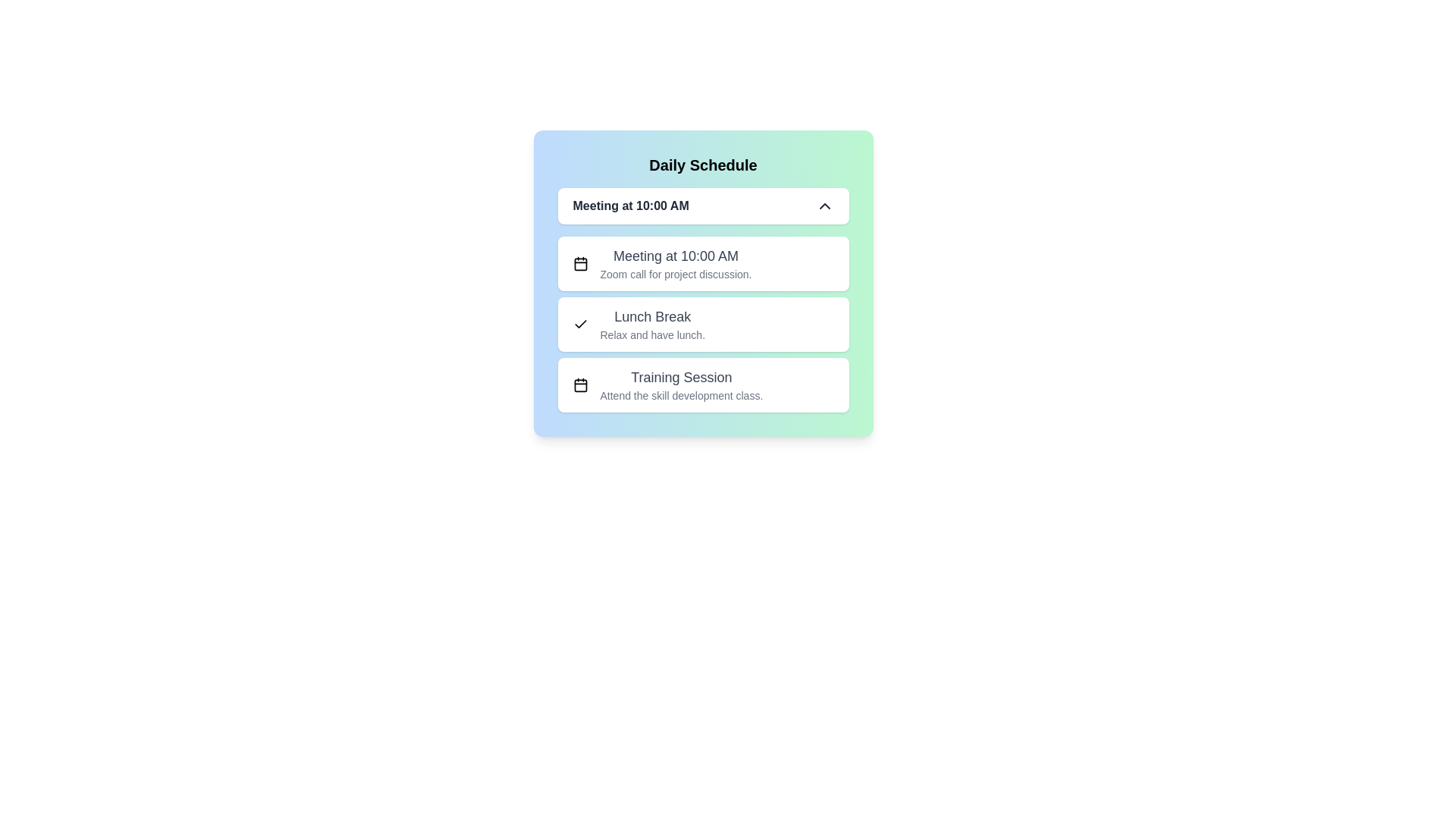 The height and width of the screenshot is (819, 1456). I want to click on the event Lunch Break from the dropdown menu, so click(702, 324).